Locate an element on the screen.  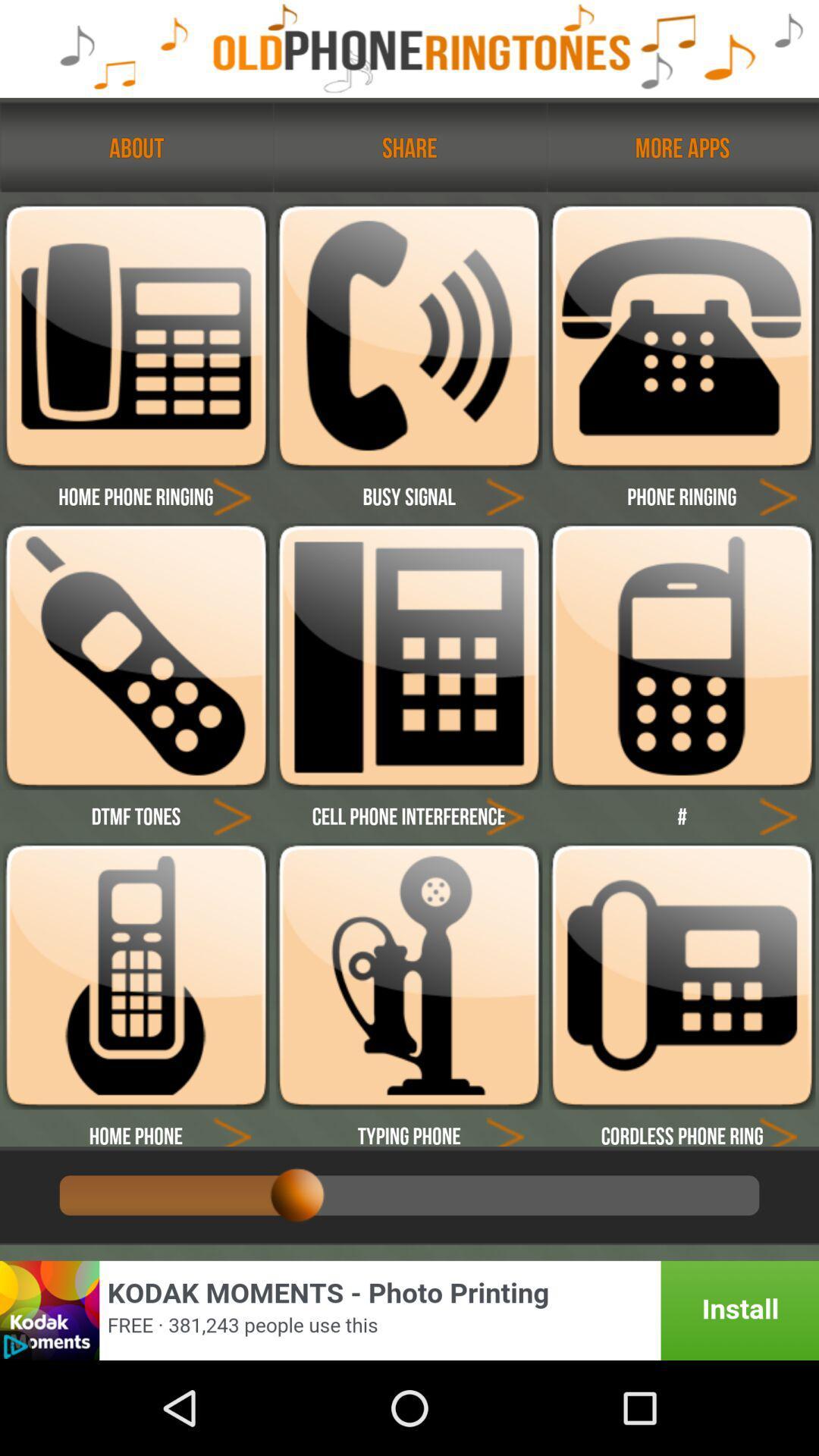
the option typing phone is located at coordinates (408, 1128).